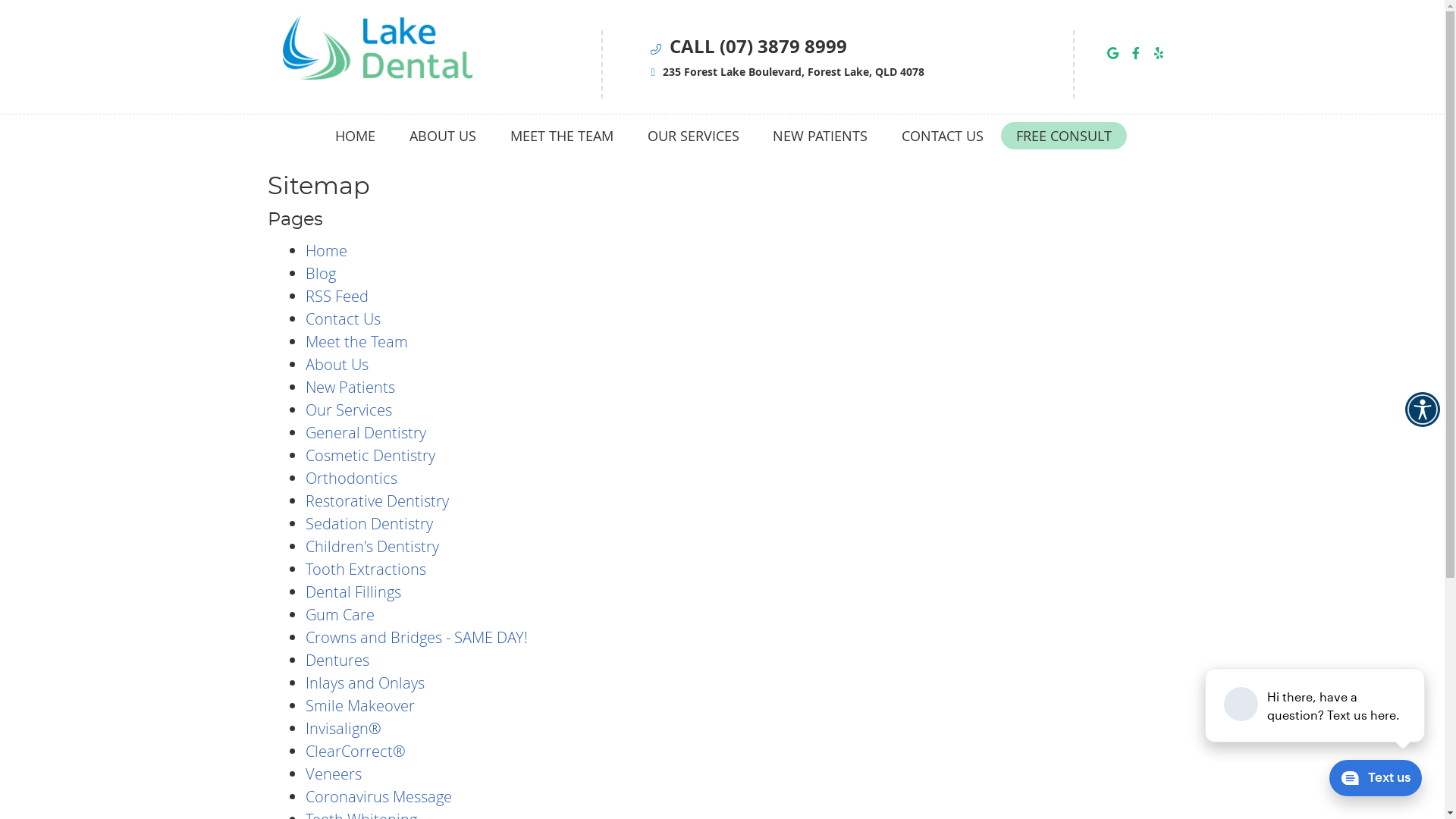 Image resolution: width=1456 pixels, height=819 pixels. What do you see at coordinates (336, 659) in the screenshot?
I see `'Dentures'` at bounding box center [336, 659].